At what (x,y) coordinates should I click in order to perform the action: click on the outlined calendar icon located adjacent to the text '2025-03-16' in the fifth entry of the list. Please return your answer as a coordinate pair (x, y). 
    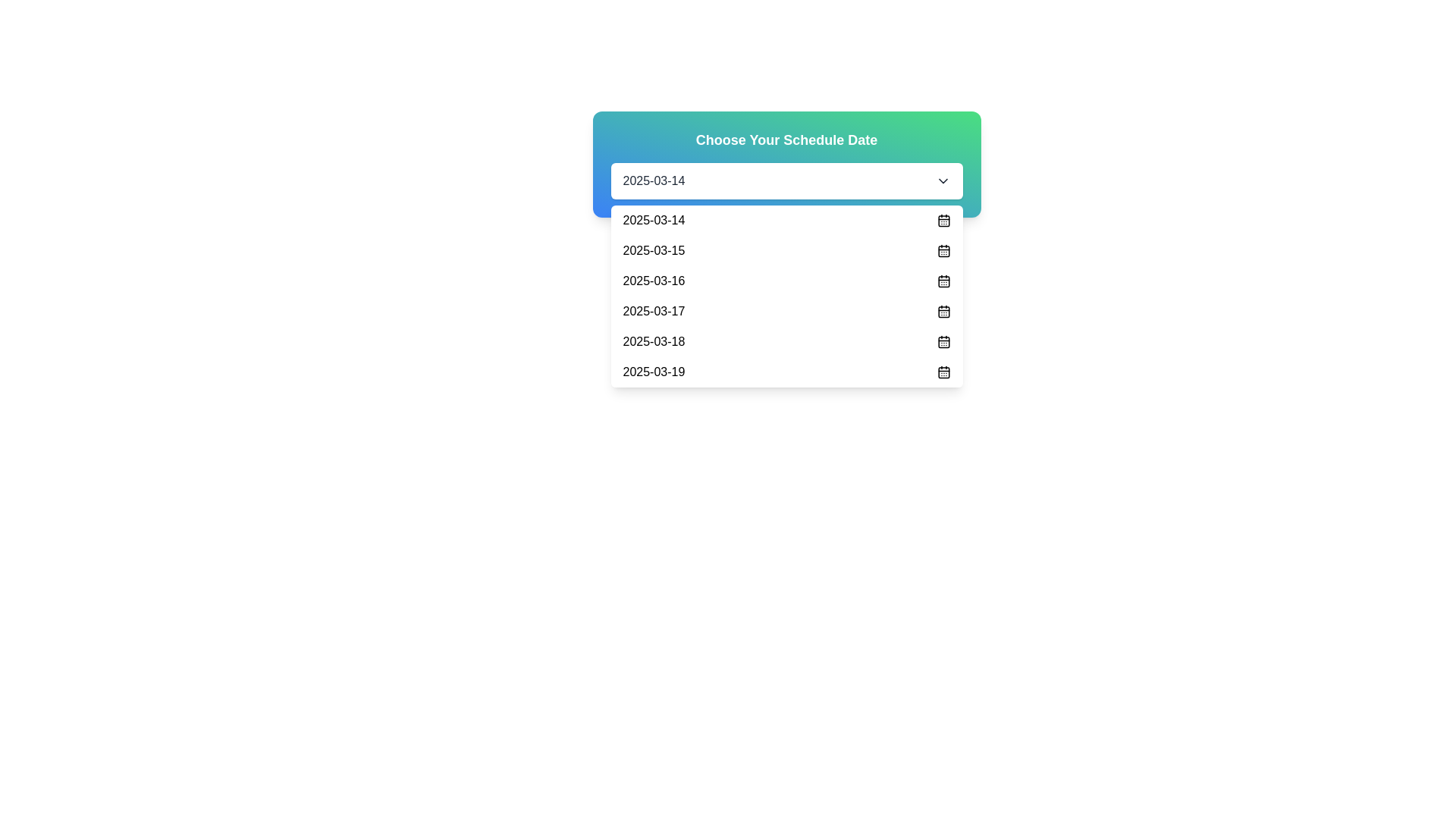
    Looking at the image, I should click on (943, 281).